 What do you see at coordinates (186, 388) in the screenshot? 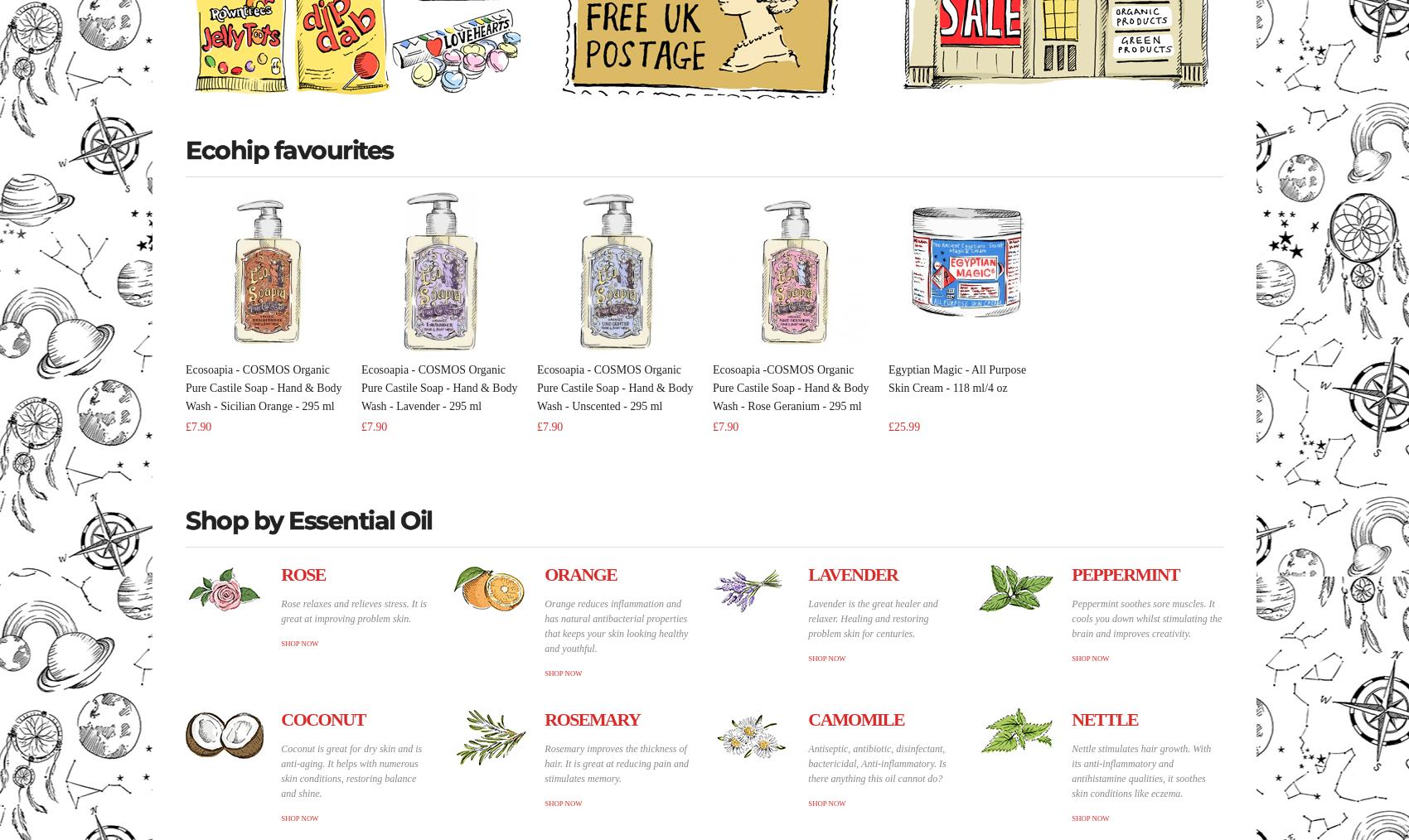
I see `'Ecosoapia - COSMOS Organic Pure Castile Soap - Hand & Body Wash - Sicilian Orange - 295 ml'` at bounding box center [186, 388].